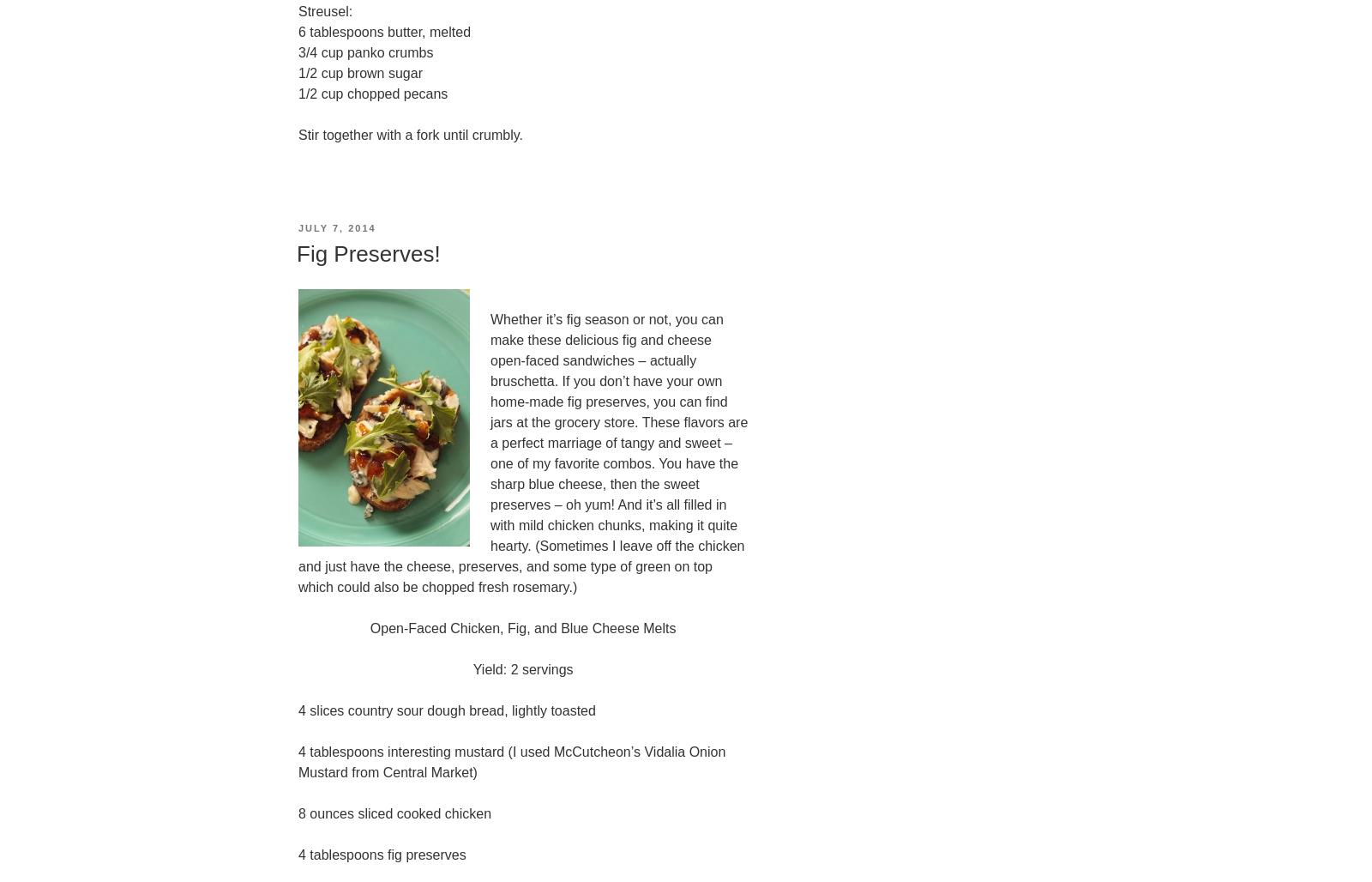 The width and height of the screenshot is (1372, 882). Describe the element at coordinates (298, 853) in the screenshot. I see `'4 tablespoons fig preserves'` at that location.